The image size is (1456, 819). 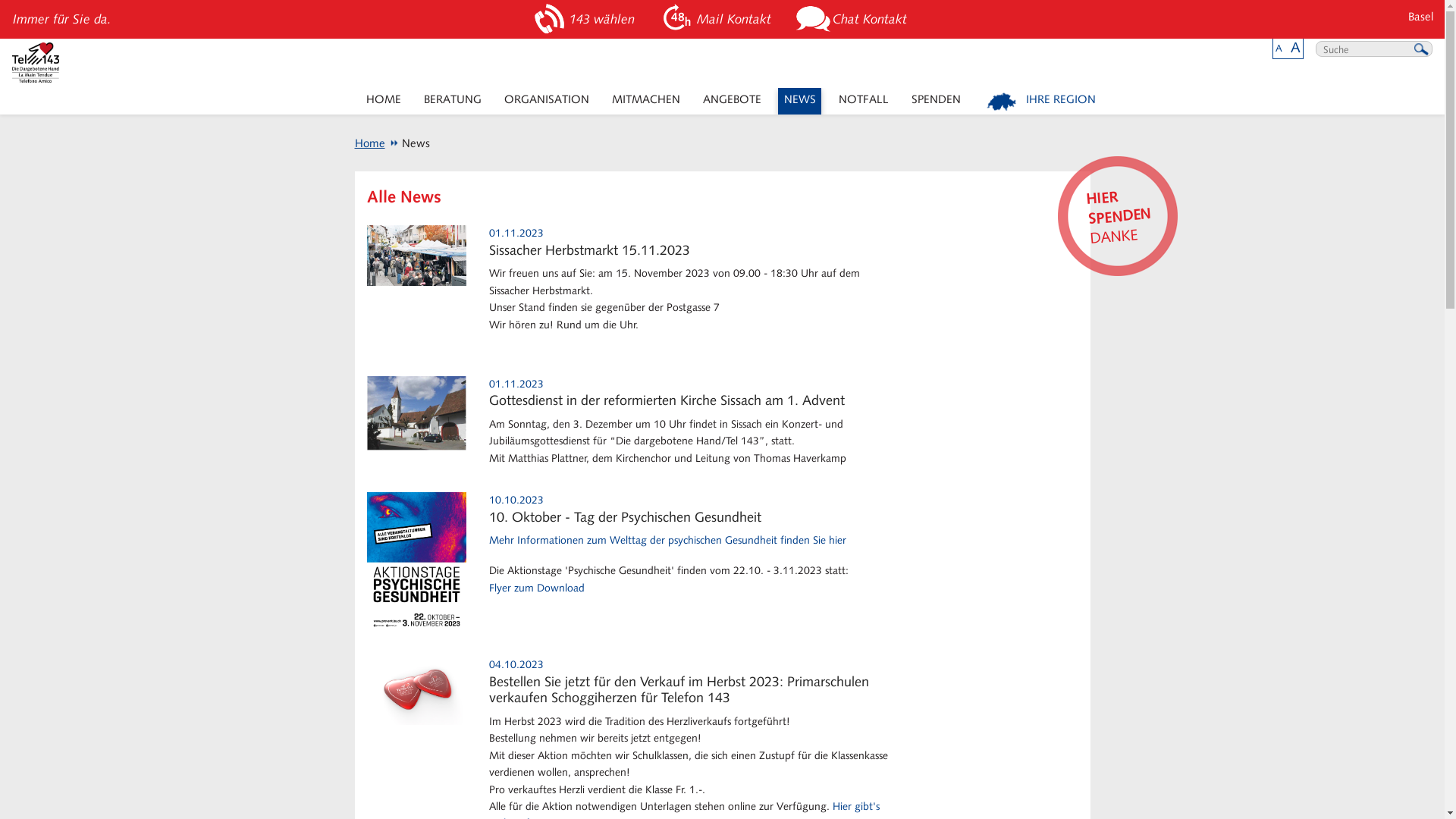 I want to click on 'HOME', so click(x=383, y=101).